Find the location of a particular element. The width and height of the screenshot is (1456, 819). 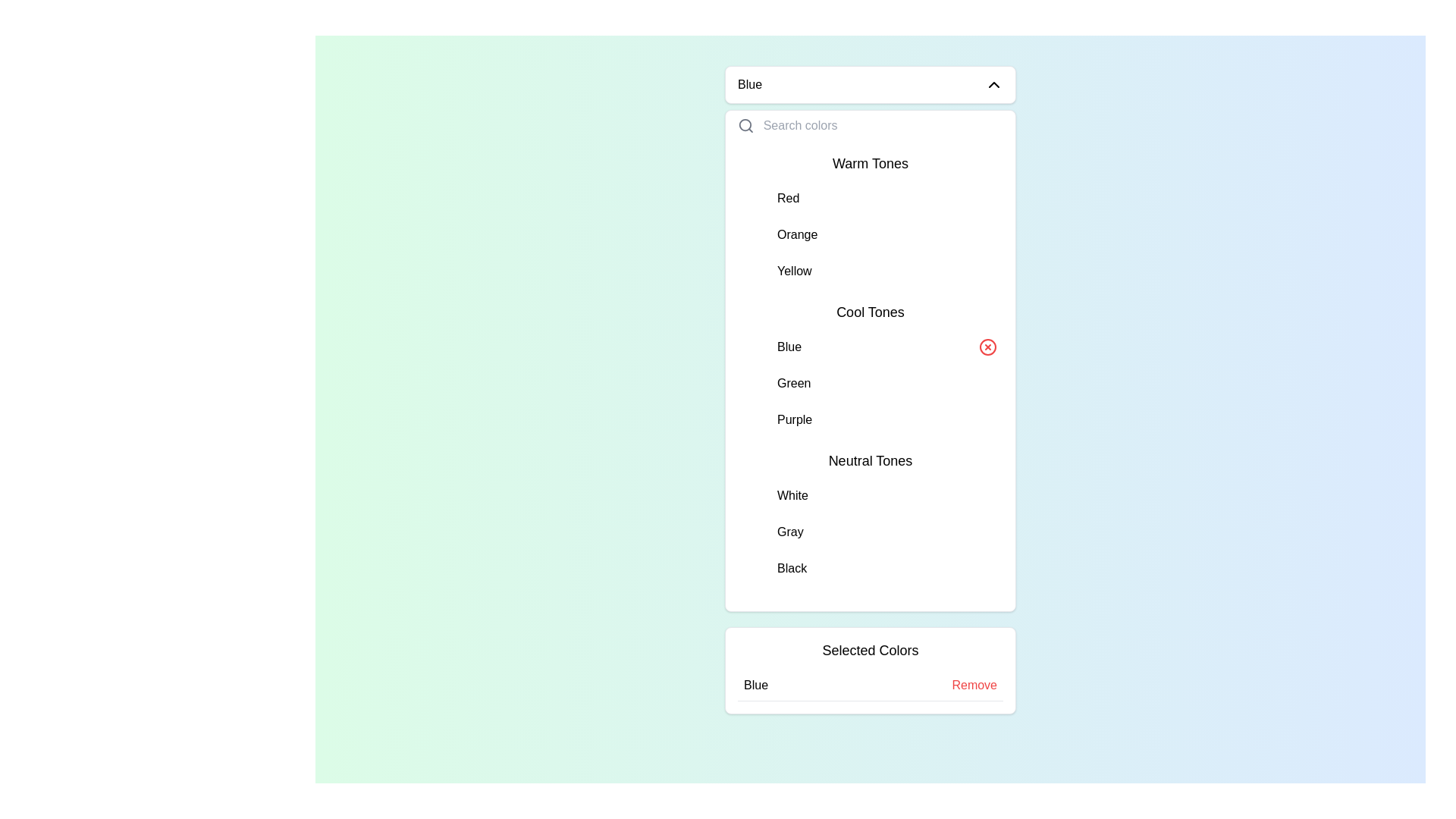

the third selectable color option labeled 'Purple' in the dropdown menu is located at coordinates (870, 420).